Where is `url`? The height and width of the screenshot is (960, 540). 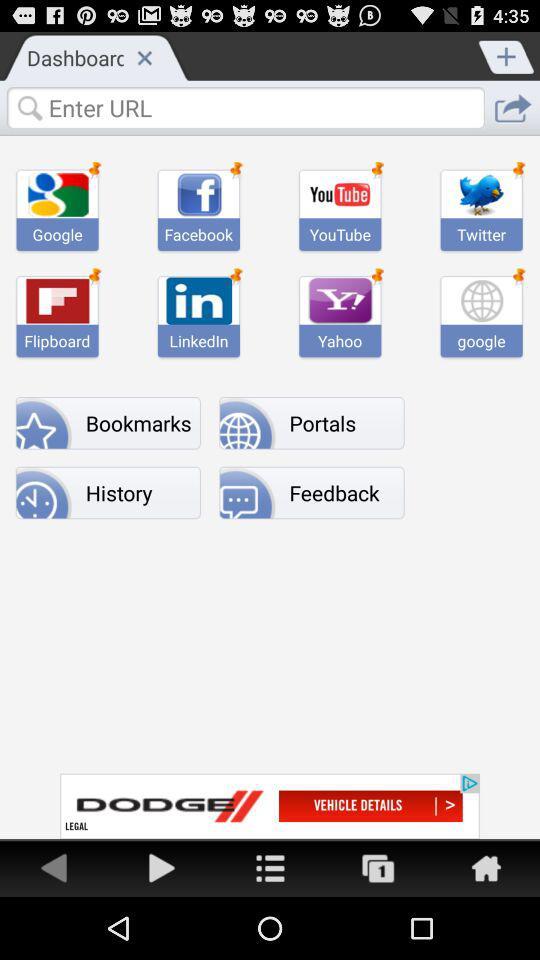
url is located at coordinates (245, 107).